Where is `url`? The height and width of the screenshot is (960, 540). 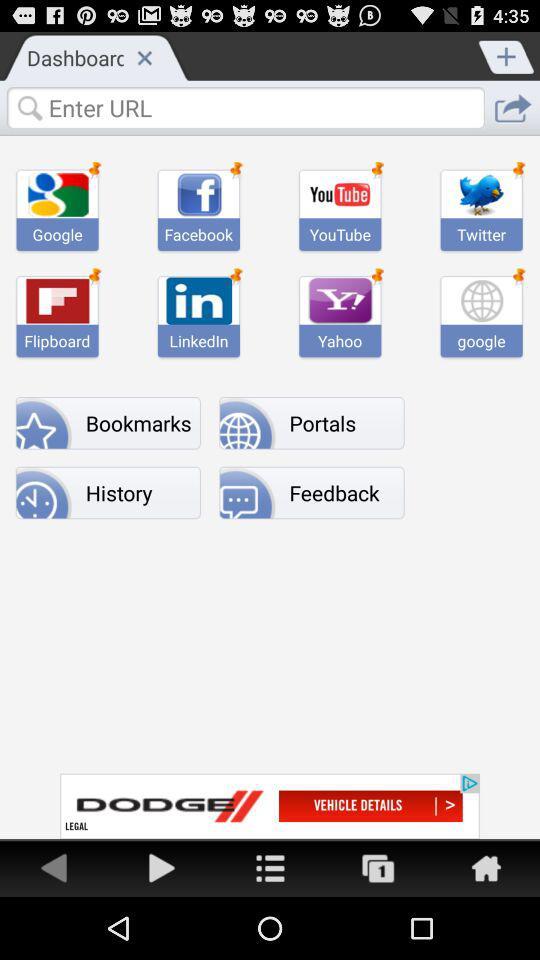
url is located at coordinates (245, 107).